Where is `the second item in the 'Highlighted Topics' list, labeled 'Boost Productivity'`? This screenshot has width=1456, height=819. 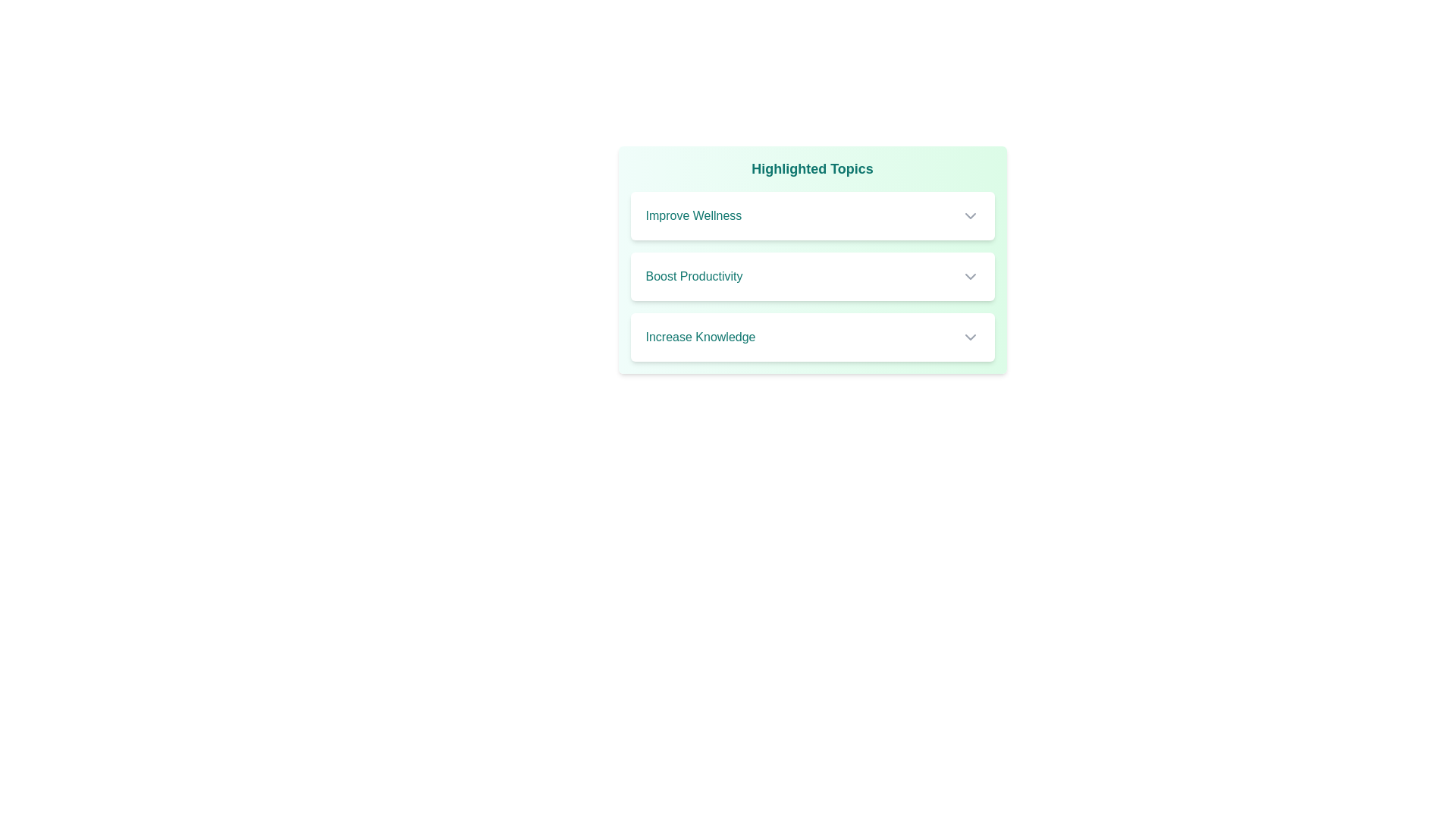
the second item in the 'Highlighted Topics' list, labeled 'Boost Productivity' is located at coordinates (811, 259).